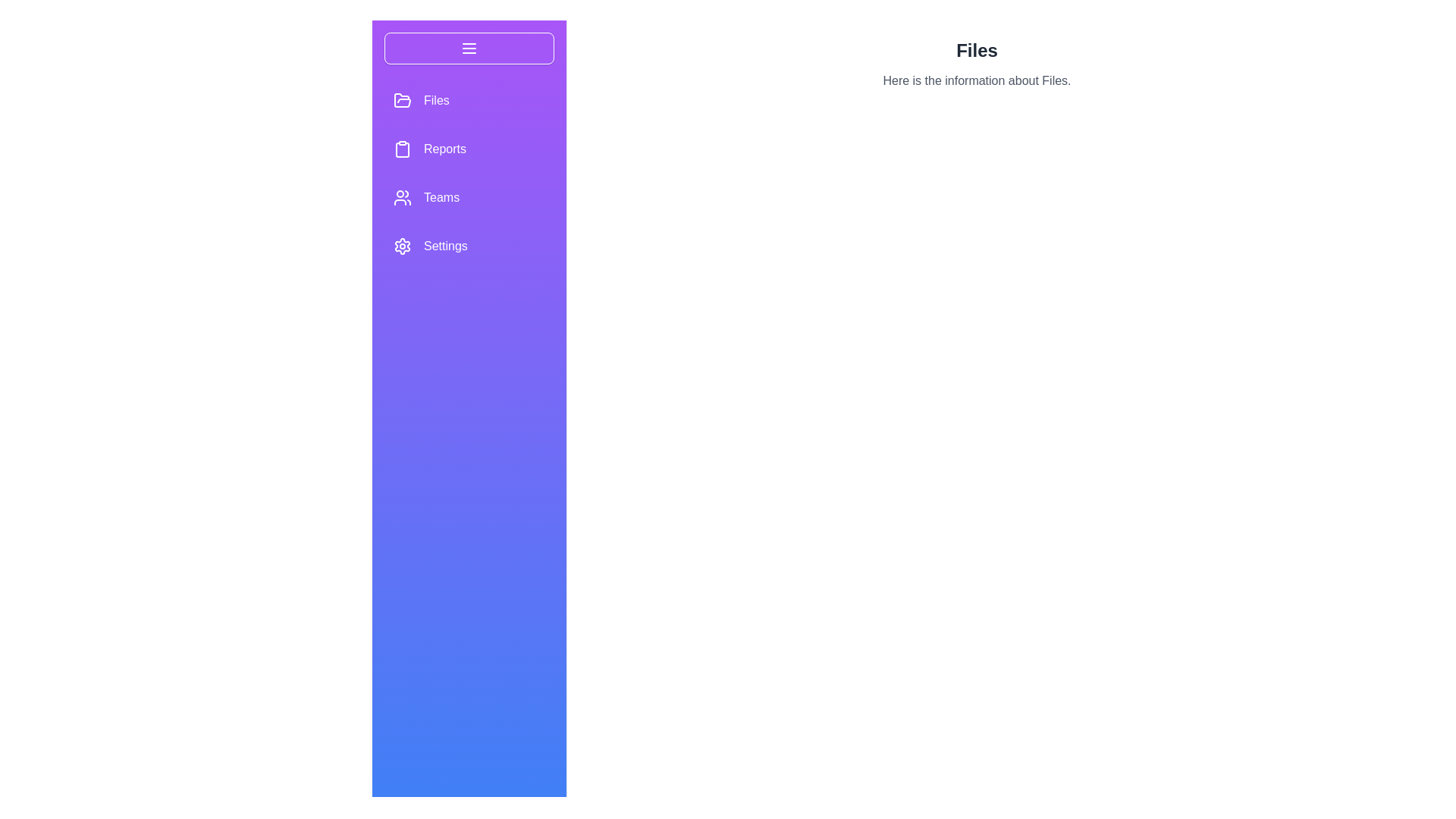 Image resolution: width=1456 pixels, height=819 pixels. I want to click on the menu option Settings to select it, so click(403, 245).